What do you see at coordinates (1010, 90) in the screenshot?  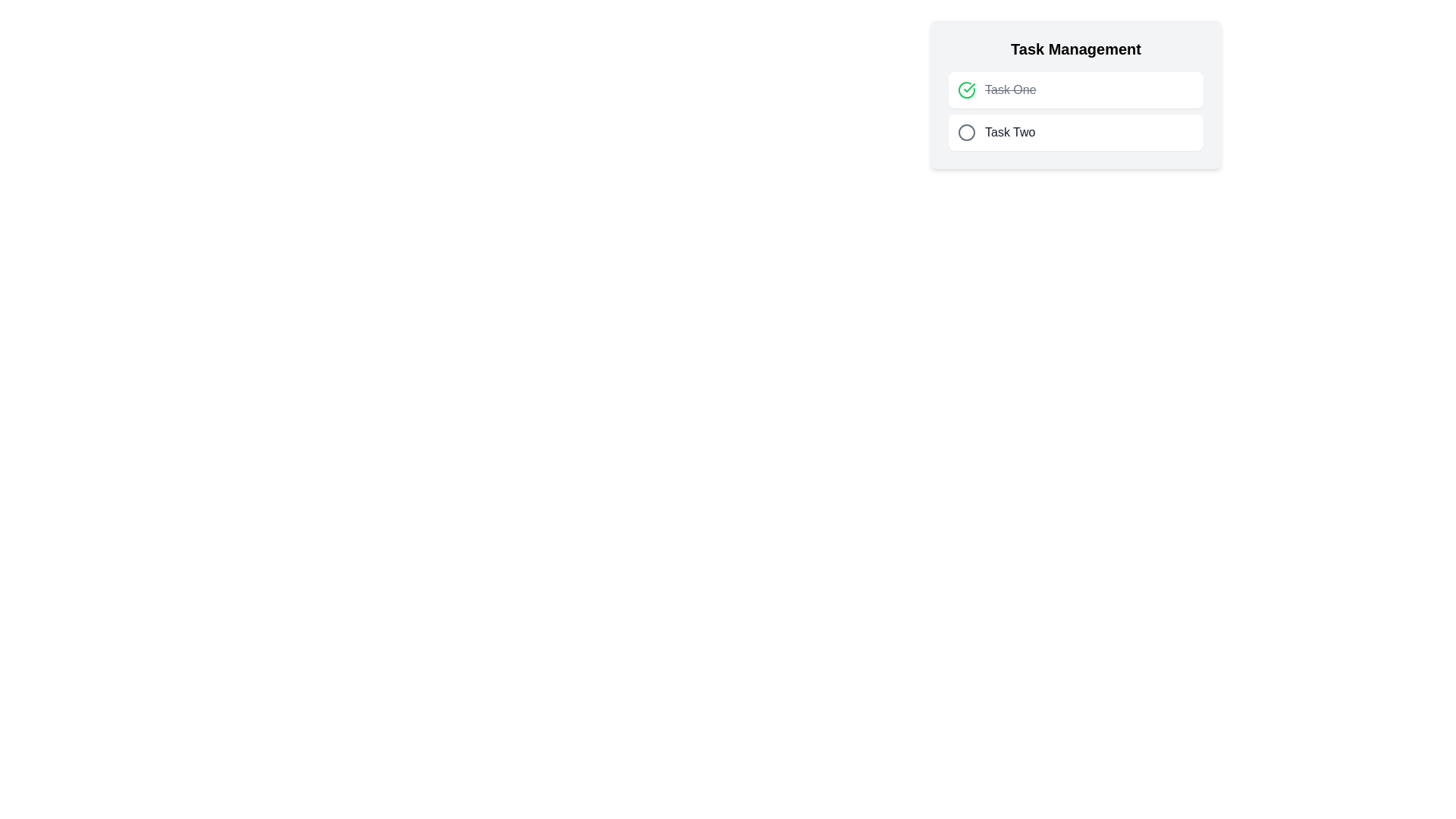 I see `the completed task label indicating the first task in the list to potentially reveal additional options` at bounding box center [1010, 90].